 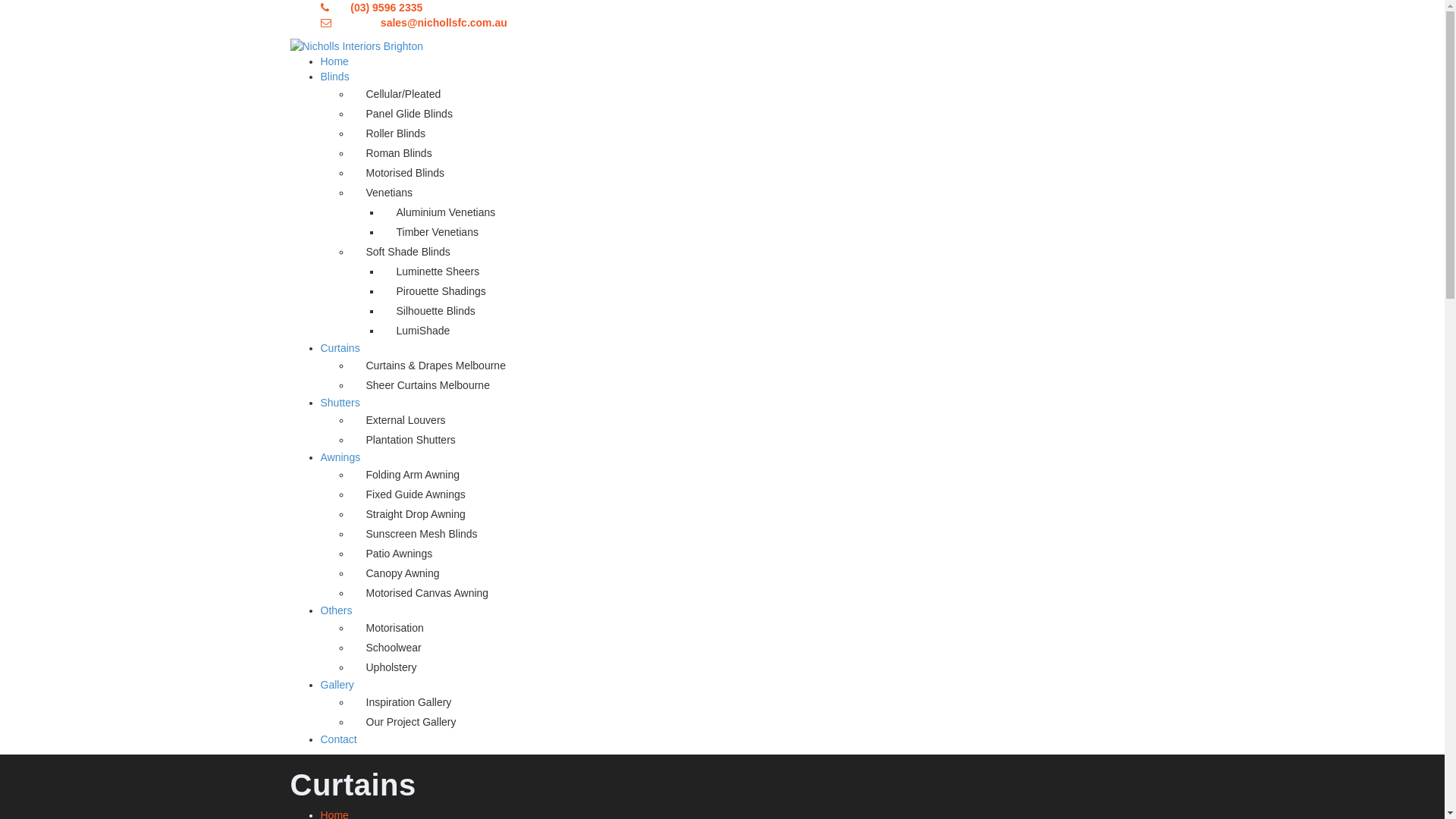 I want to click on 'LumiShade', so click(x=381, y=329).